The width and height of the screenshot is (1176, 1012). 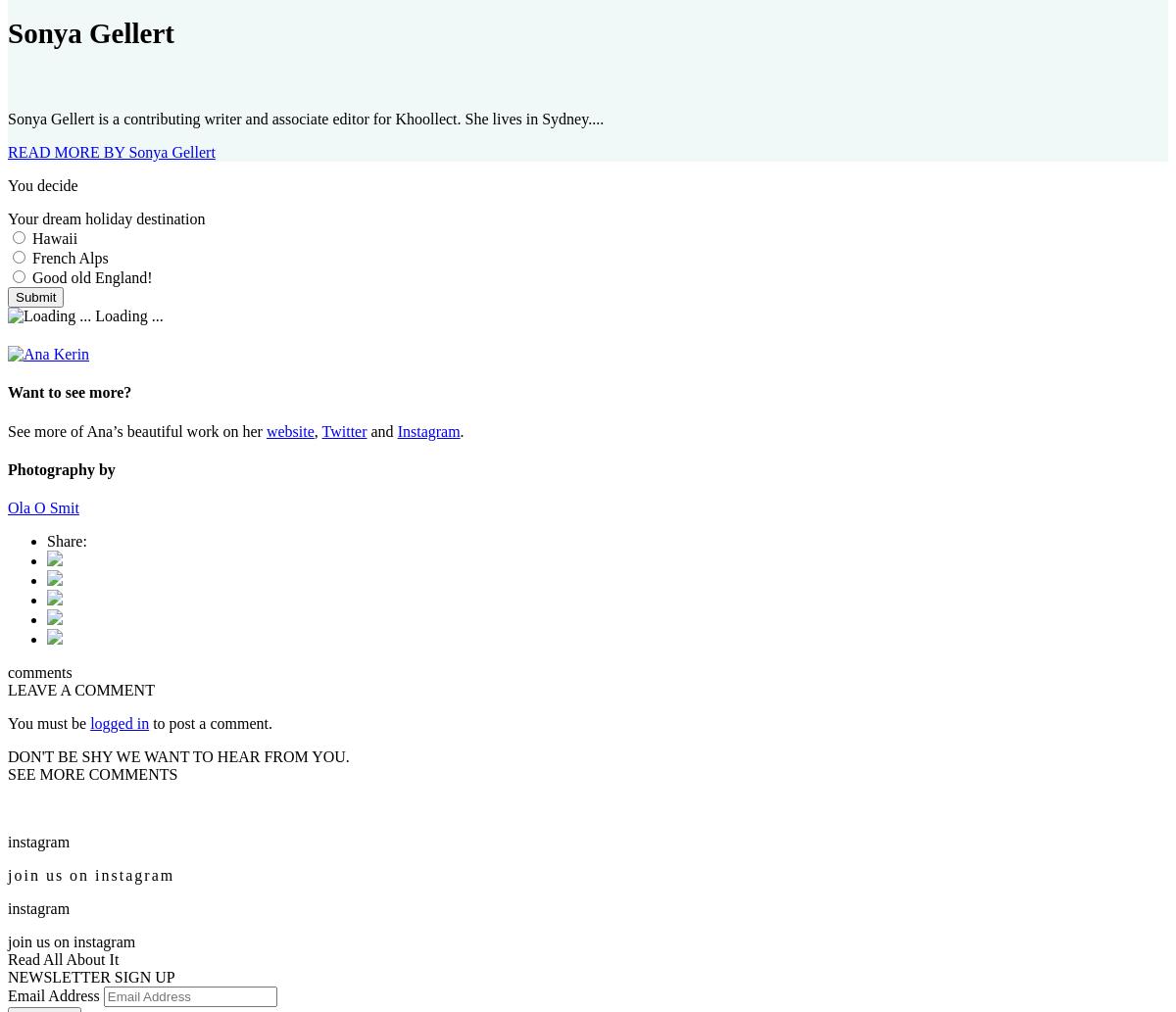 What do you see at coordinates (209, 723) in the screenshot?
I see `'to post a comment.'` at bounding box center [209, 723].